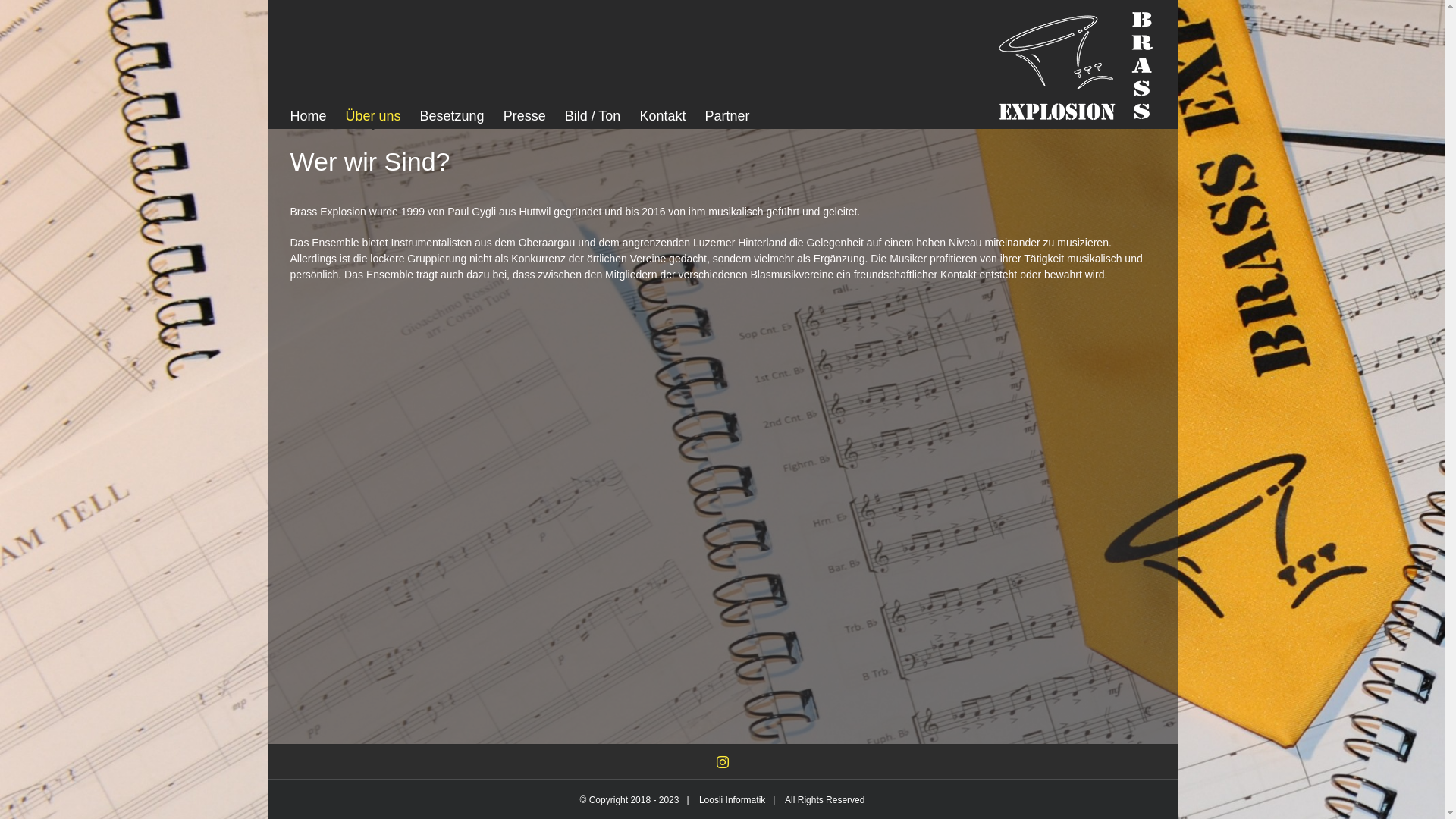  Describe the element at coordinates (503, 115) in the screenshot. I see `'Presse'` at that location.